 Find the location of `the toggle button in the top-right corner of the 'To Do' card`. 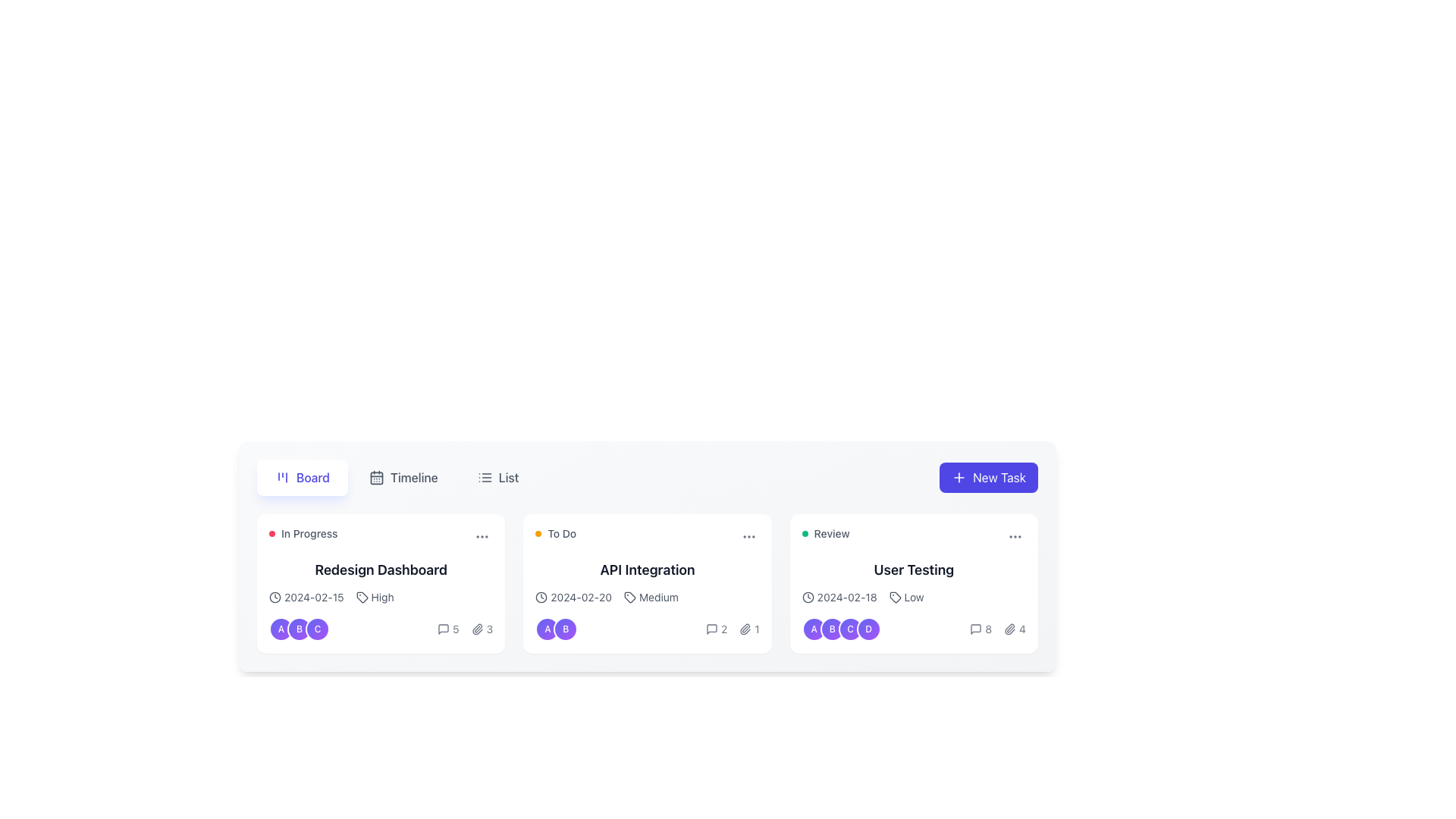

the toggle button in the top-right corner of the 'To Do' card is located at coordinates (748, 536).